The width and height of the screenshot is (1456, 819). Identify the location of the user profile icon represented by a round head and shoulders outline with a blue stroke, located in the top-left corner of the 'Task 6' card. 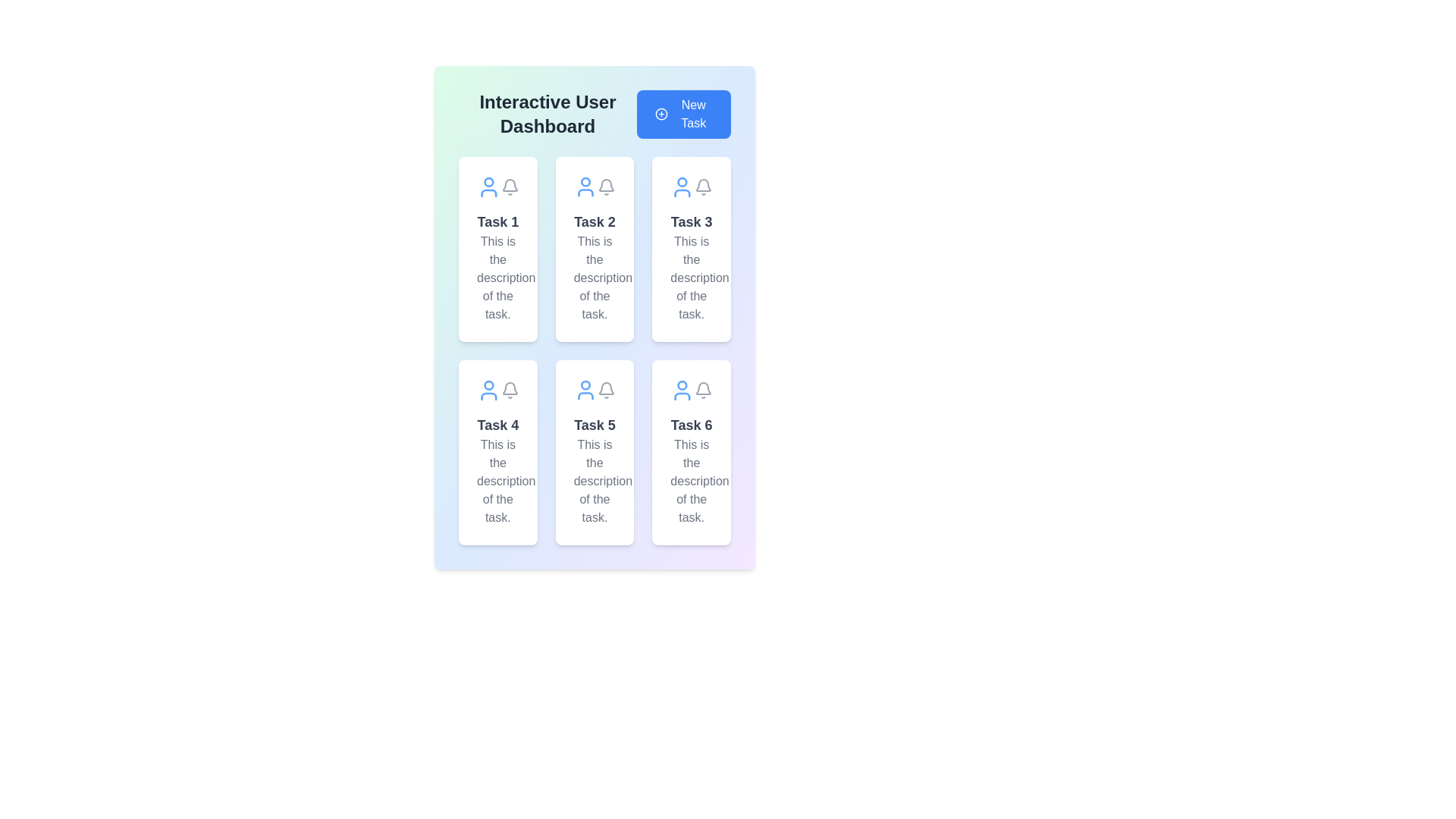
(682, 390).